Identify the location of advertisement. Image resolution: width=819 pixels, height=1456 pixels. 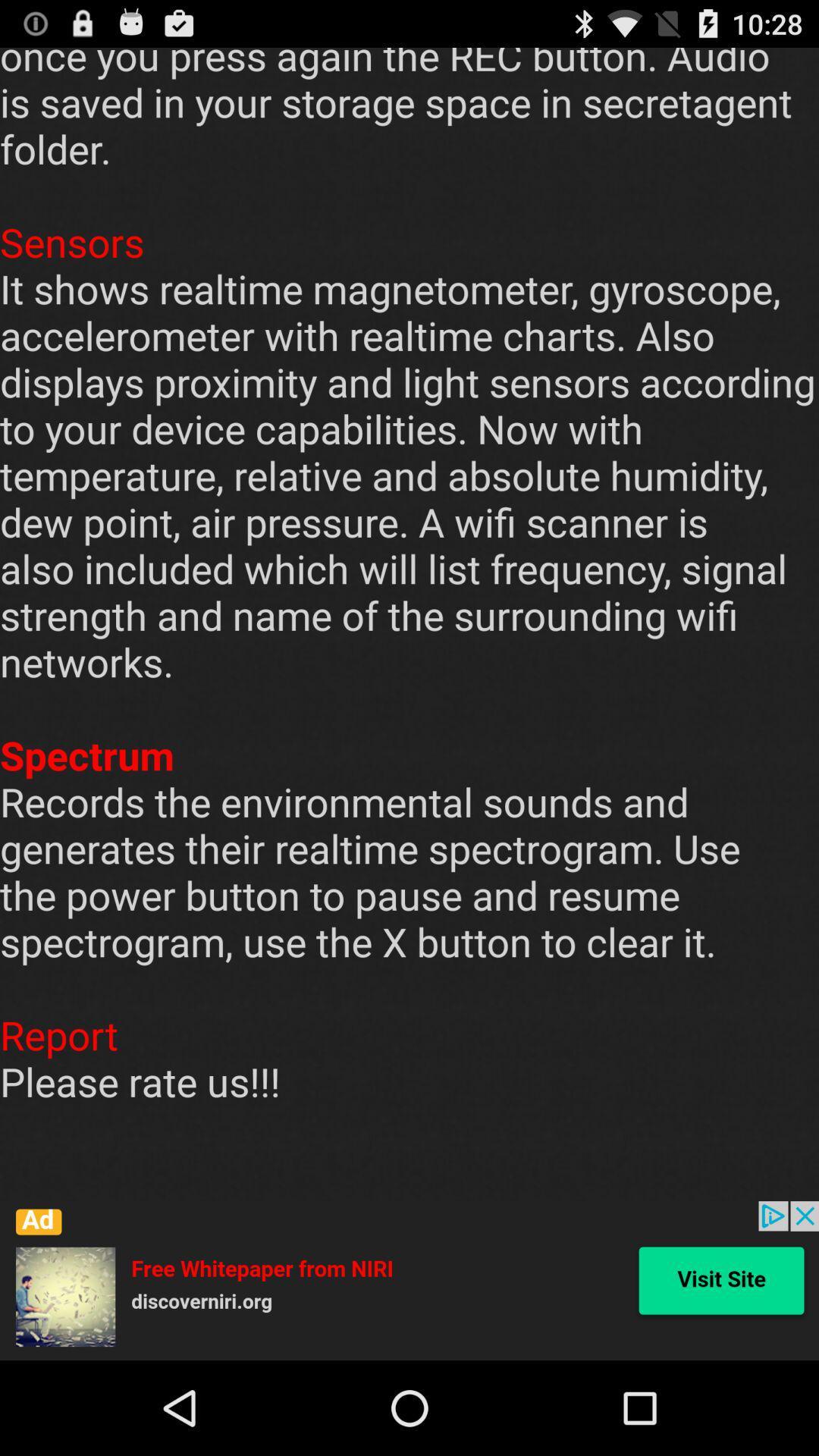
(409, 1280).